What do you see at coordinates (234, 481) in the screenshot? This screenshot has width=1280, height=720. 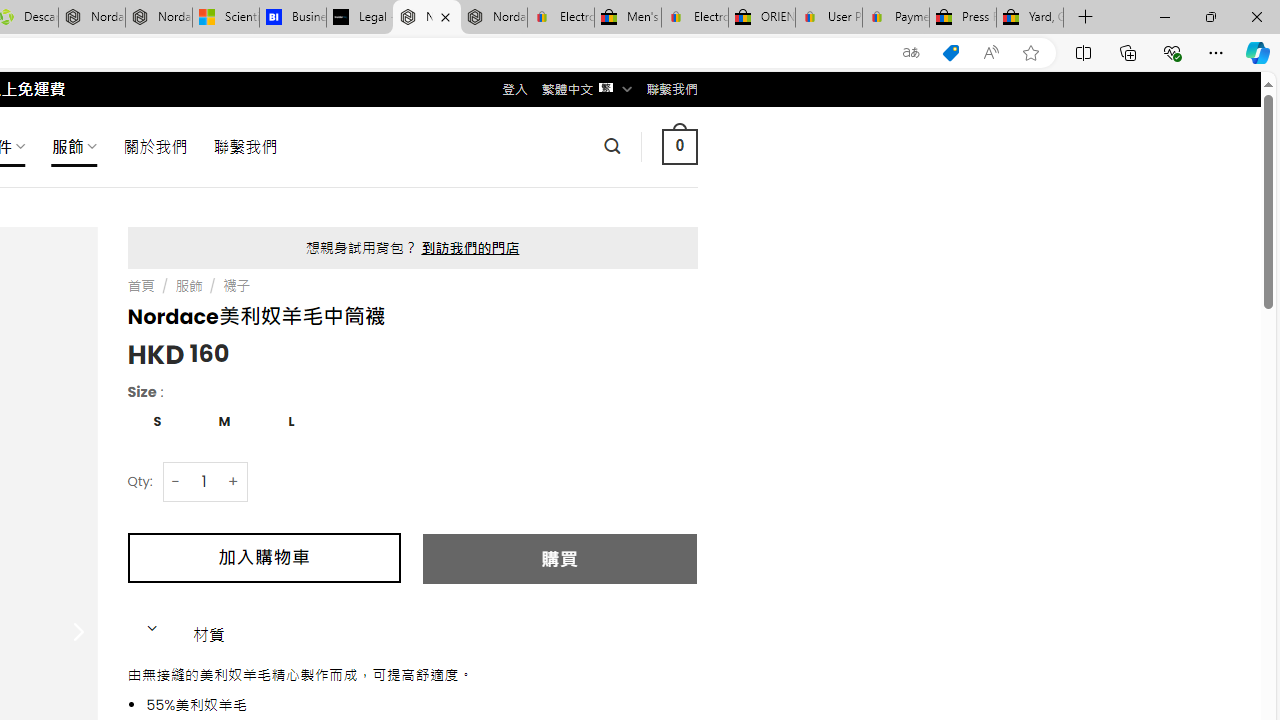 I see `'+'` at bounding box center [234, 481].